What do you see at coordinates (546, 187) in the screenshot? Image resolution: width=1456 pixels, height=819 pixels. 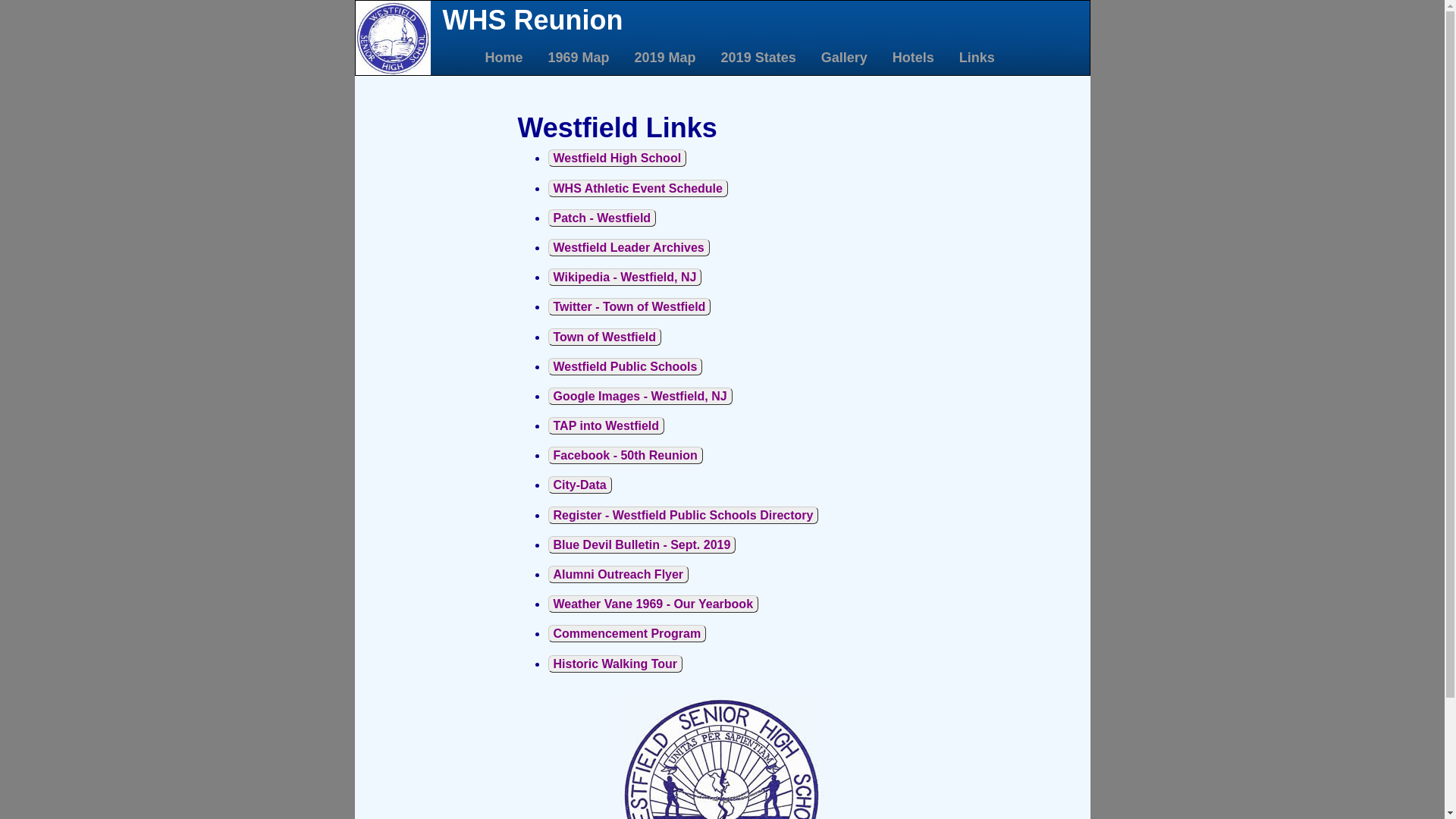 I see `'WHS Athletic Event Schedule'` at bounding box center [546, 187].